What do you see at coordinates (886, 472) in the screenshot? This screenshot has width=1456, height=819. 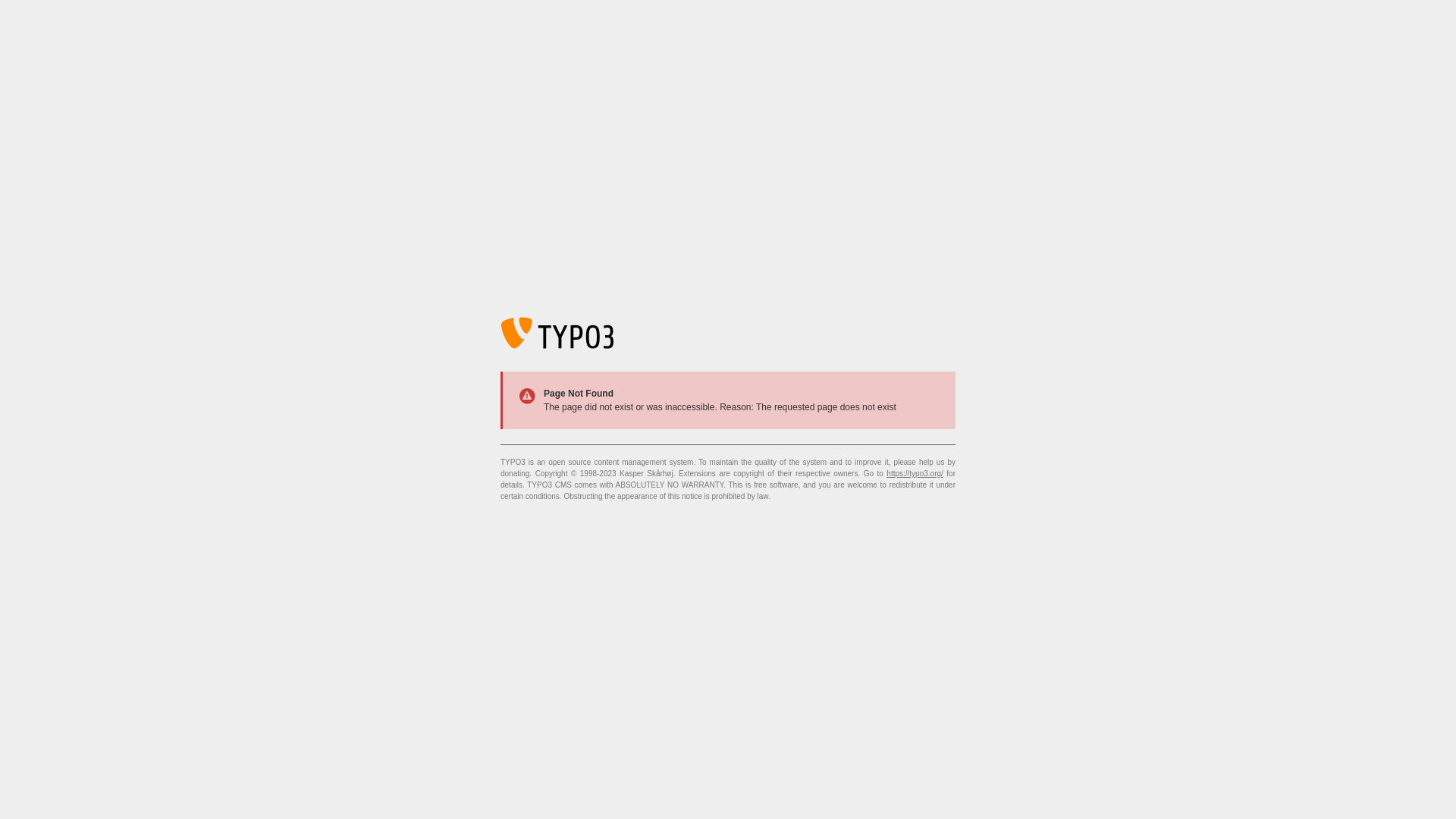 I see `'https://typo3.org/'` at bounding box center [886, 472].